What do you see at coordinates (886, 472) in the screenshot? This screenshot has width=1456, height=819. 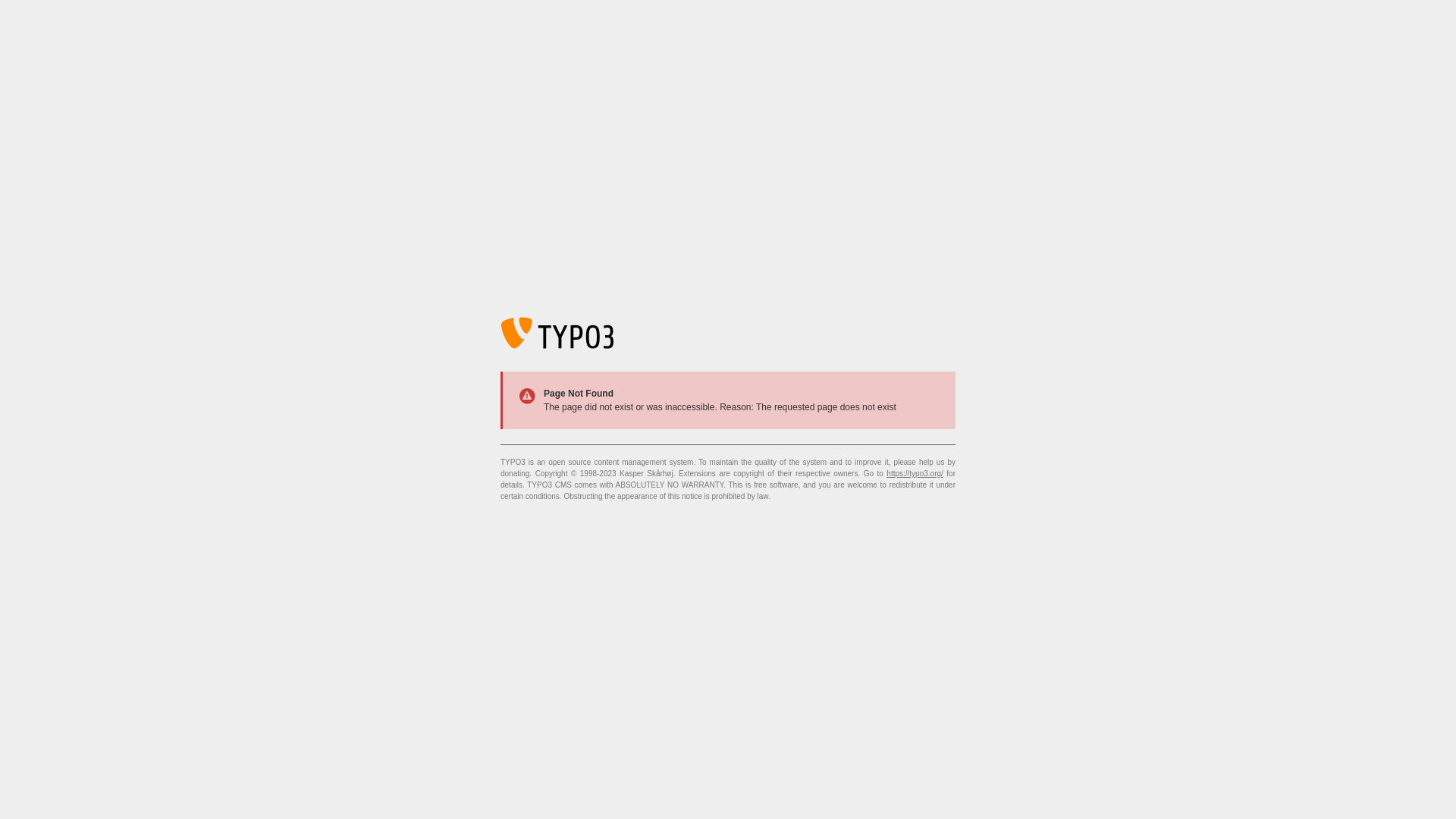 I see `'https://typo3.org/'` at bounding box center [886, 472].